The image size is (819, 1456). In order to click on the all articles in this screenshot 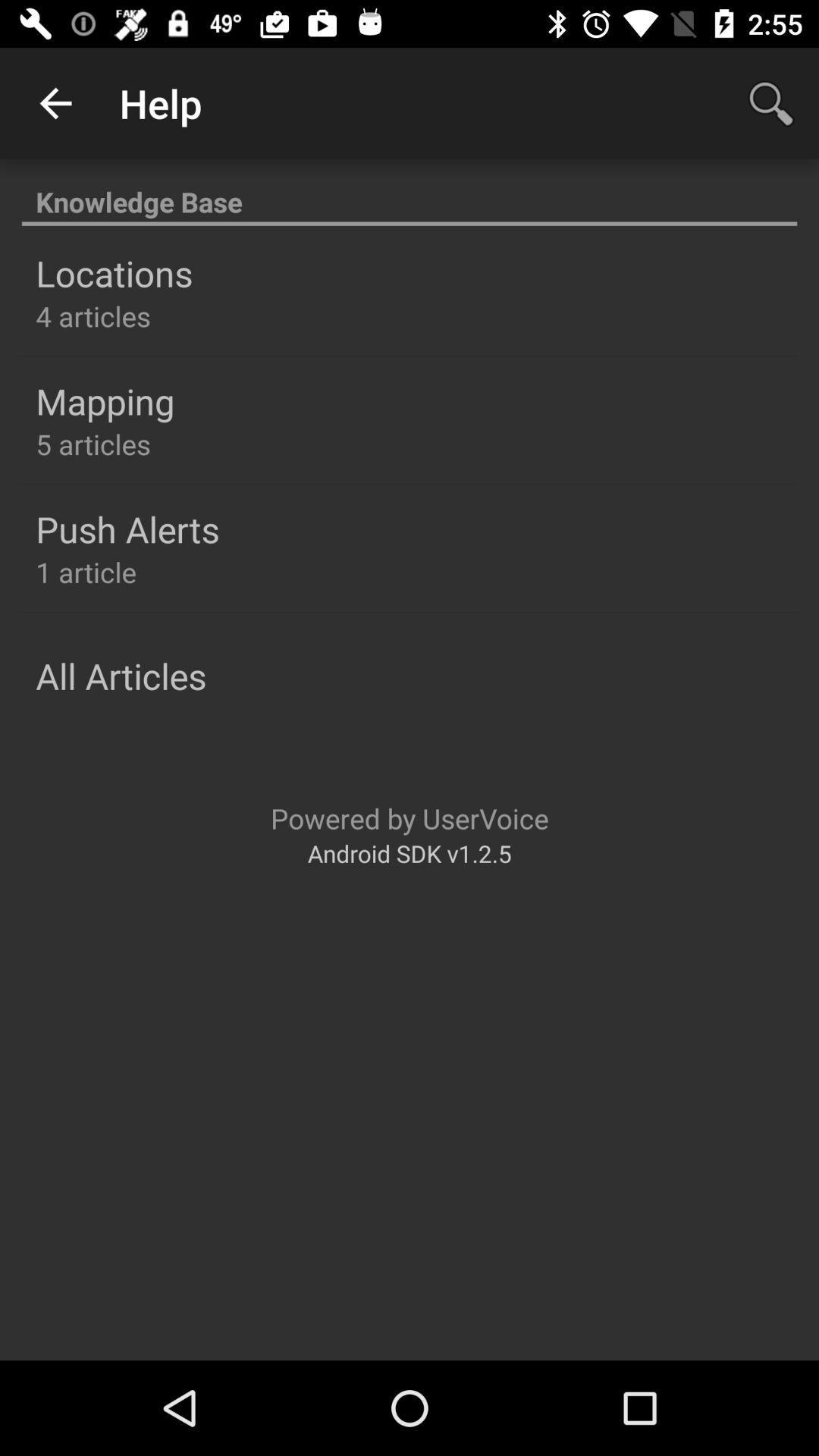, I will do `click(120, 675)`.